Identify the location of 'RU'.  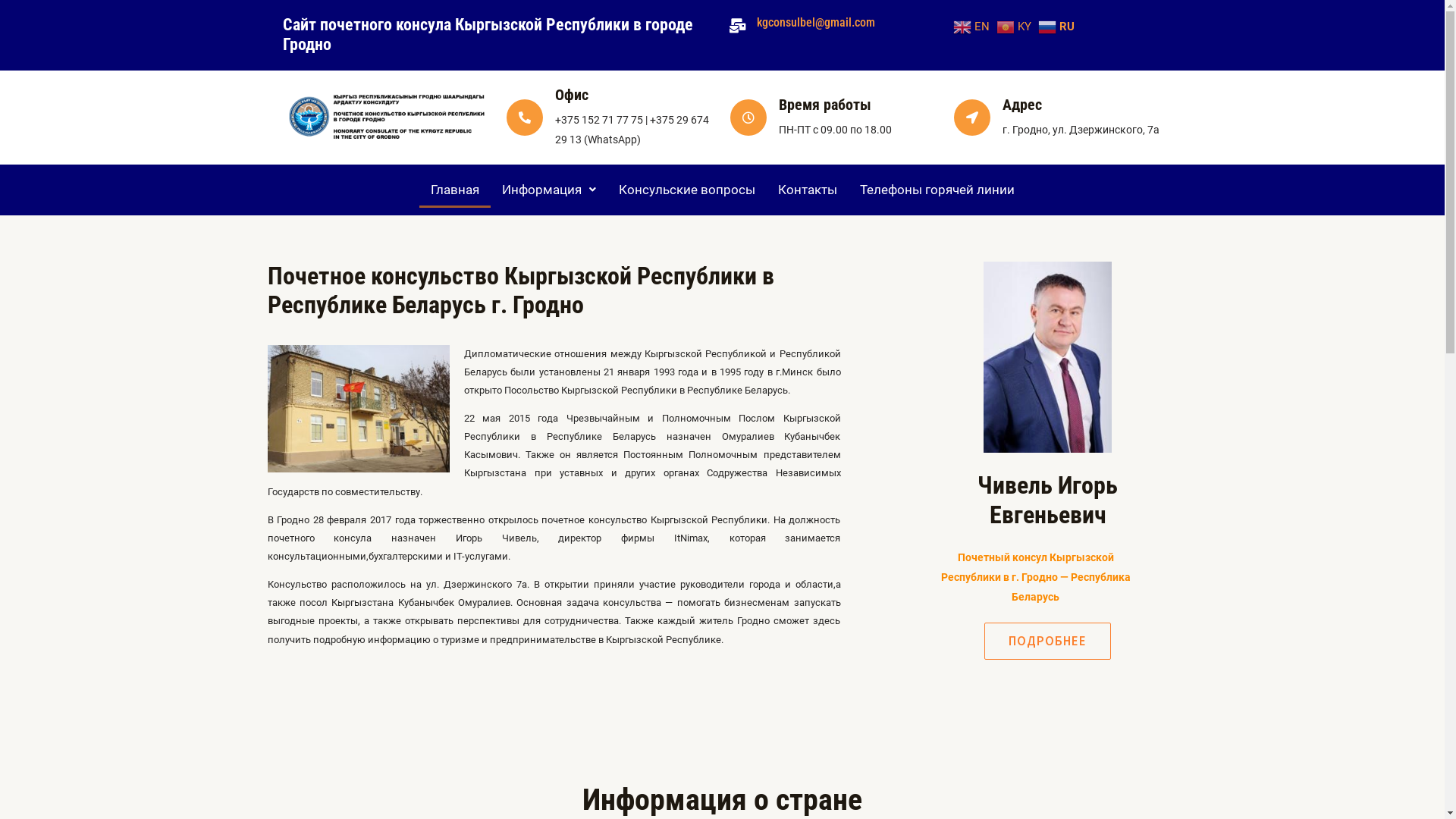
(1057, 26).